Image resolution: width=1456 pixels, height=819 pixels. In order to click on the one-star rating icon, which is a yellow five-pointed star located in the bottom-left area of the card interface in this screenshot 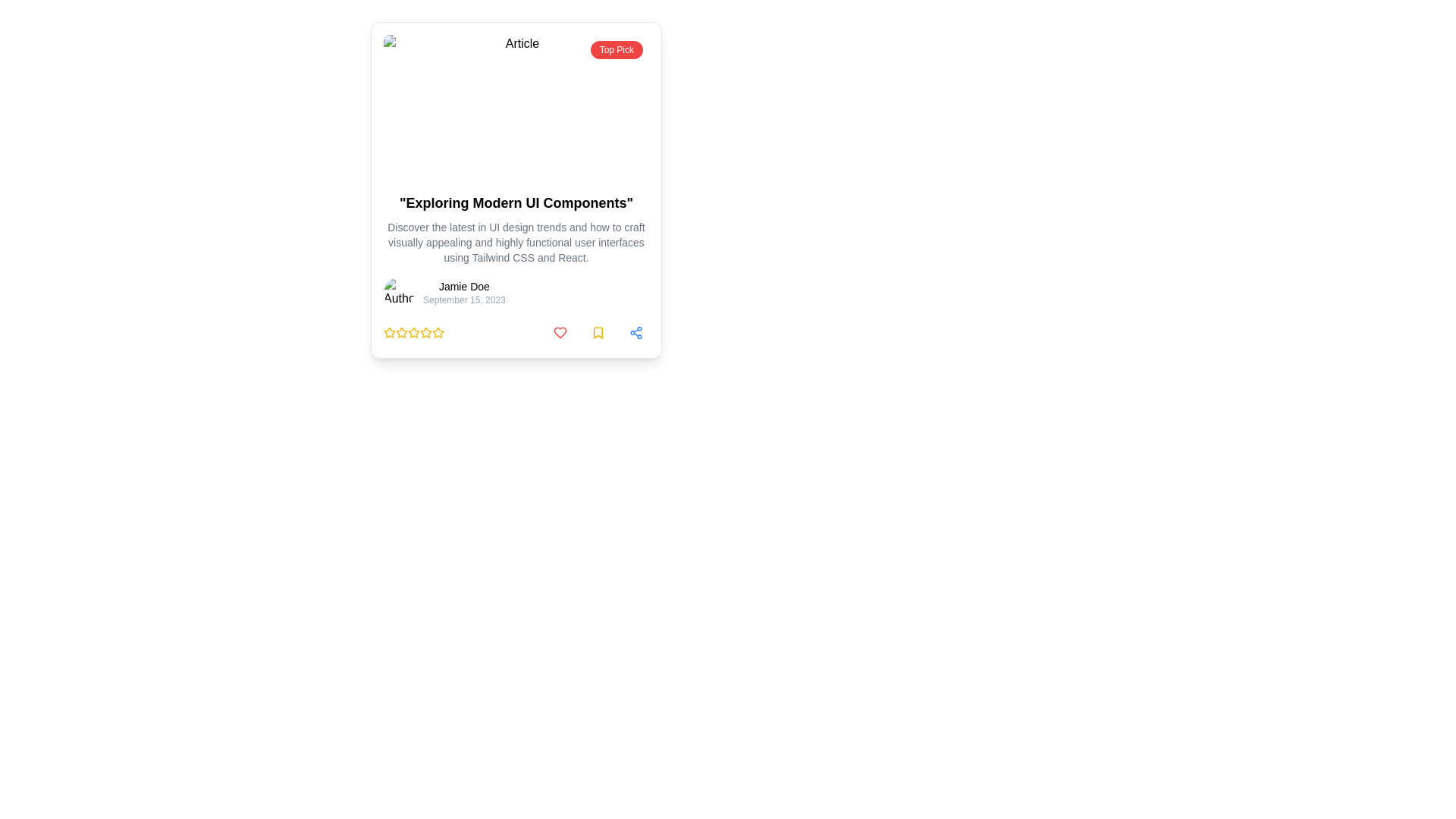, I will do `click(401, 331)`.